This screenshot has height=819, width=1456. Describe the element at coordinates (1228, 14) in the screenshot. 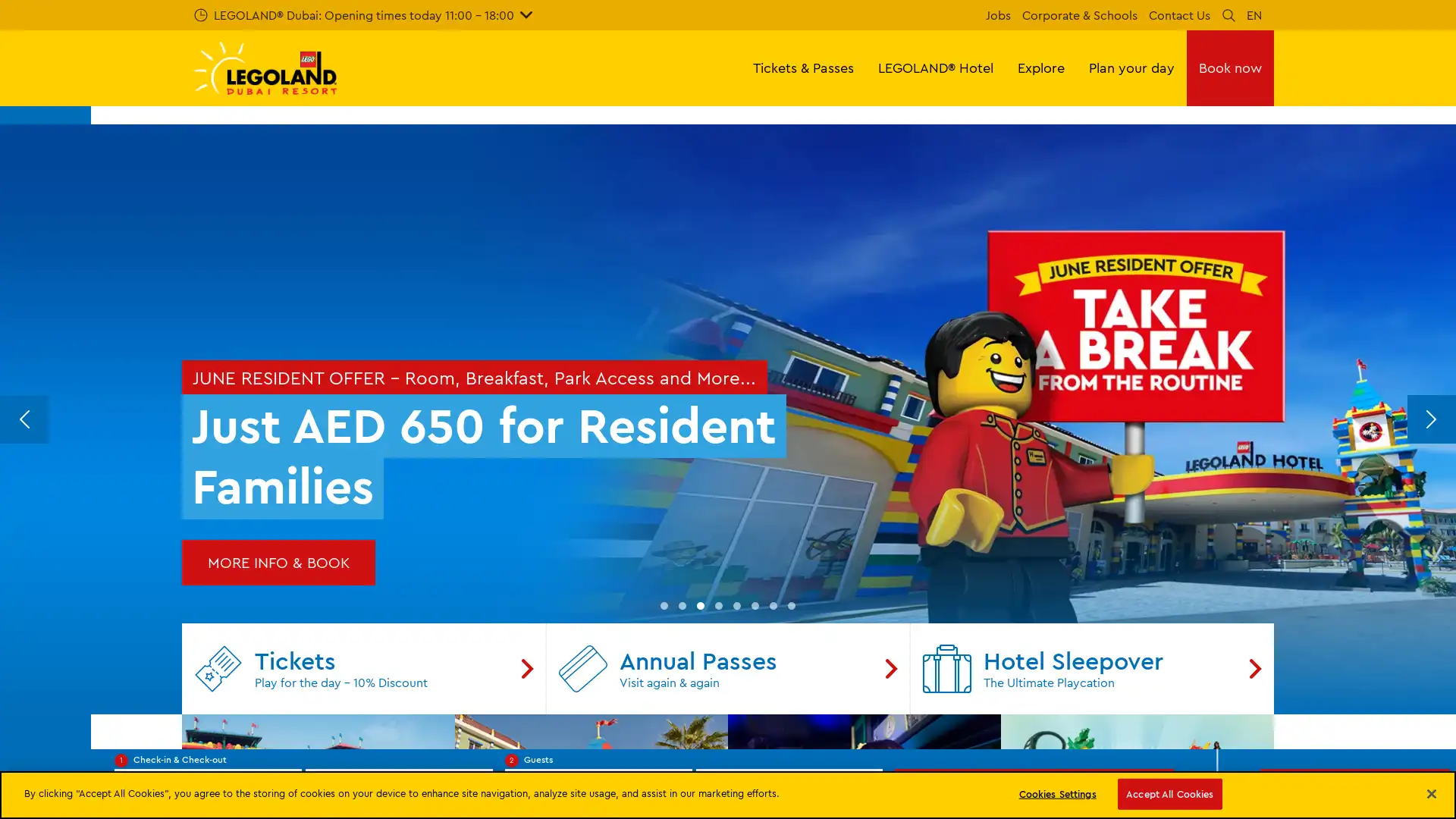

I see `Search` at that location.